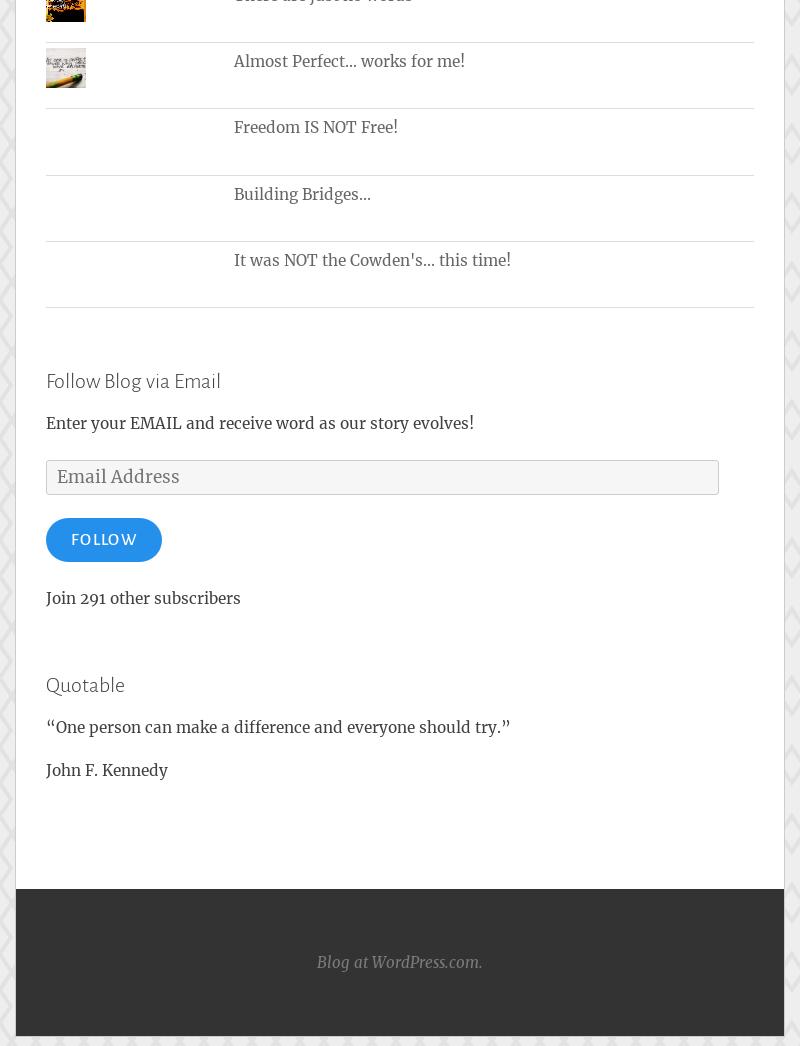 This screenshot has height=1046, width=800. I want to click on 'Almost Perfect... works for me!', so click(349, 61).